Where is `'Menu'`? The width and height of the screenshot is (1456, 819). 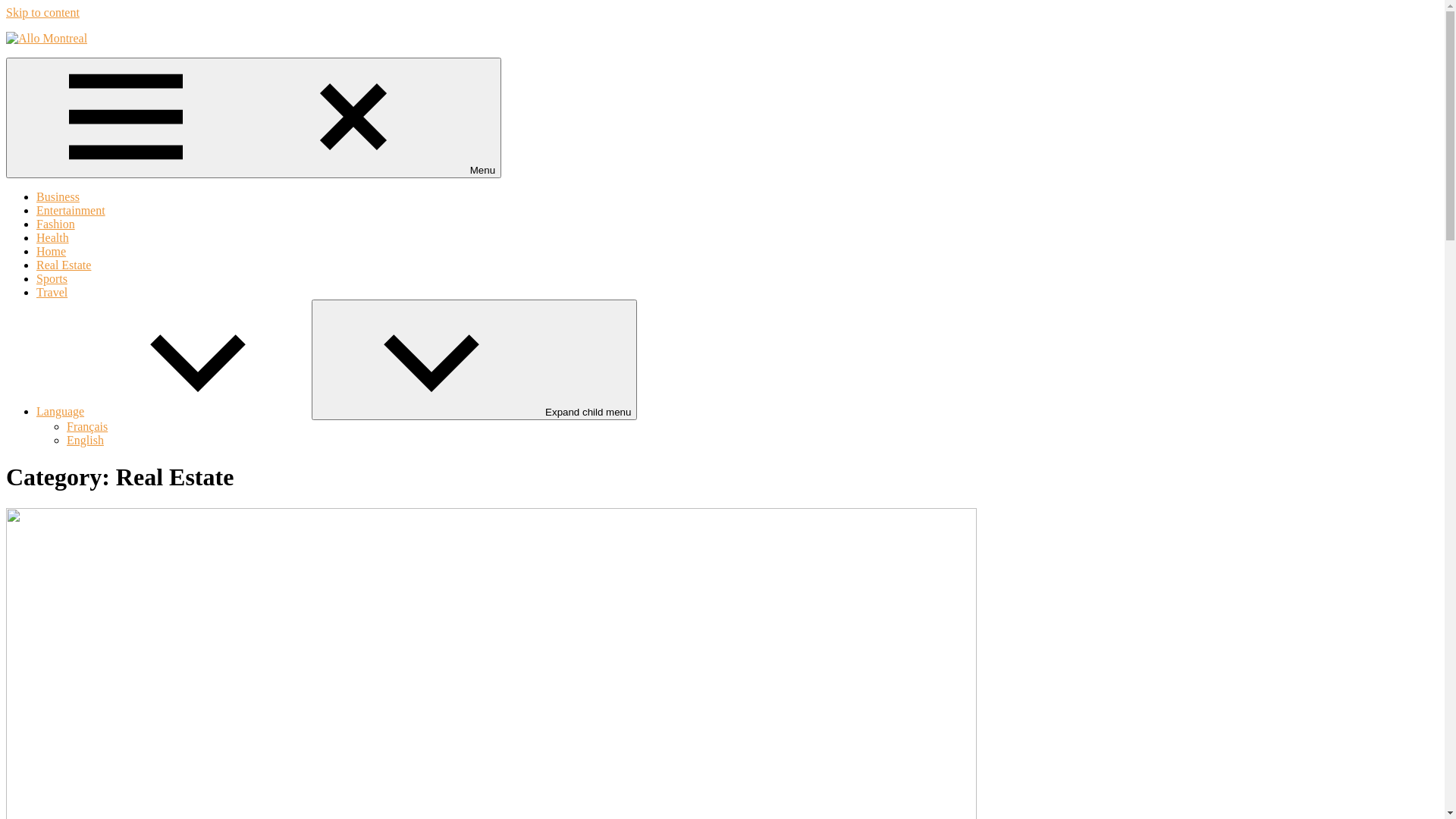 'Menu' is located at coordinates (6, 117).